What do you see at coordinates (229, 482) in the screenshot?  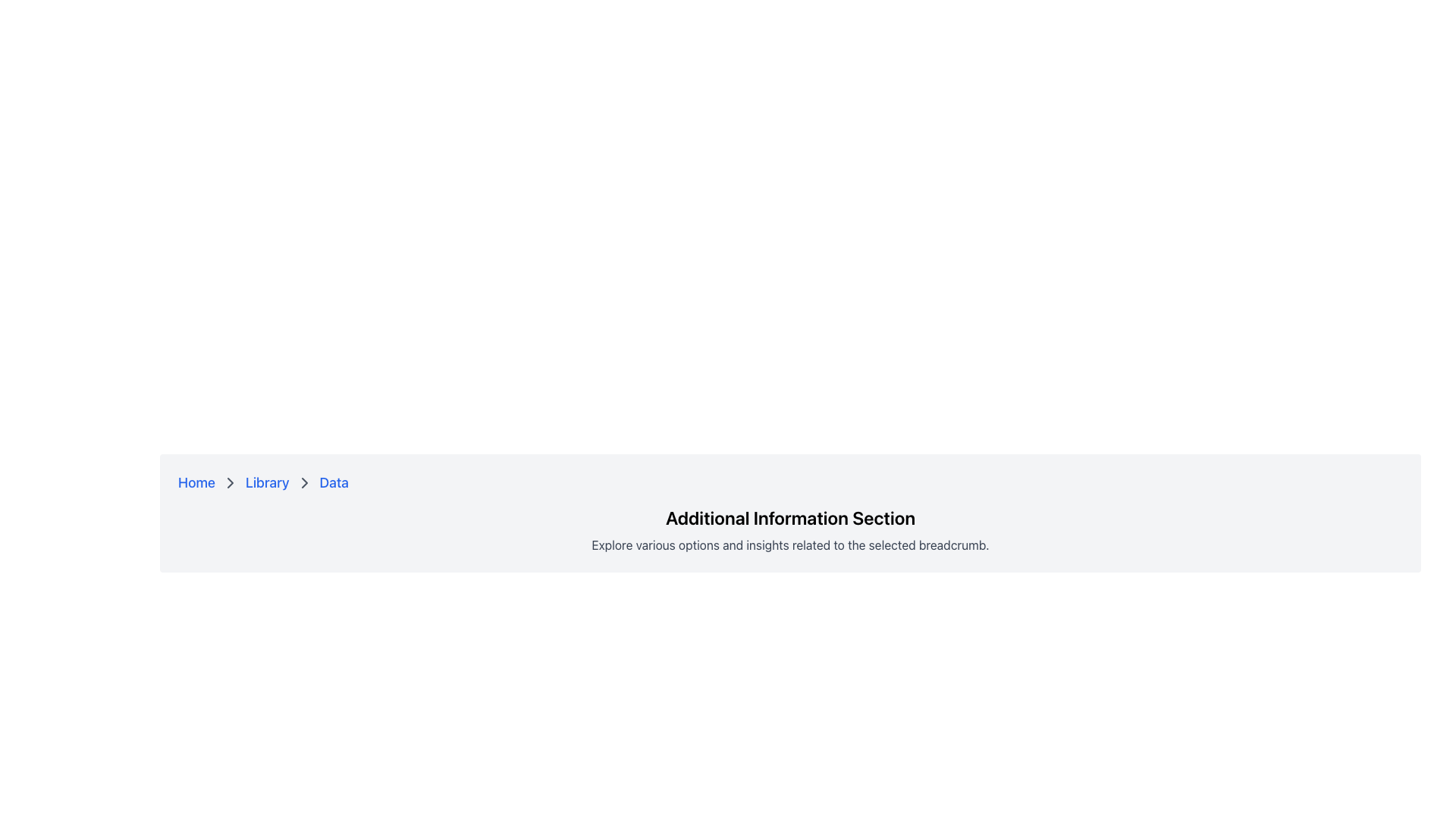 I see `the chevron breadcrumb separator icon located between 'Library' and 'Data' in the breadcrumb navigation bar` at bounding box center [229, 482].